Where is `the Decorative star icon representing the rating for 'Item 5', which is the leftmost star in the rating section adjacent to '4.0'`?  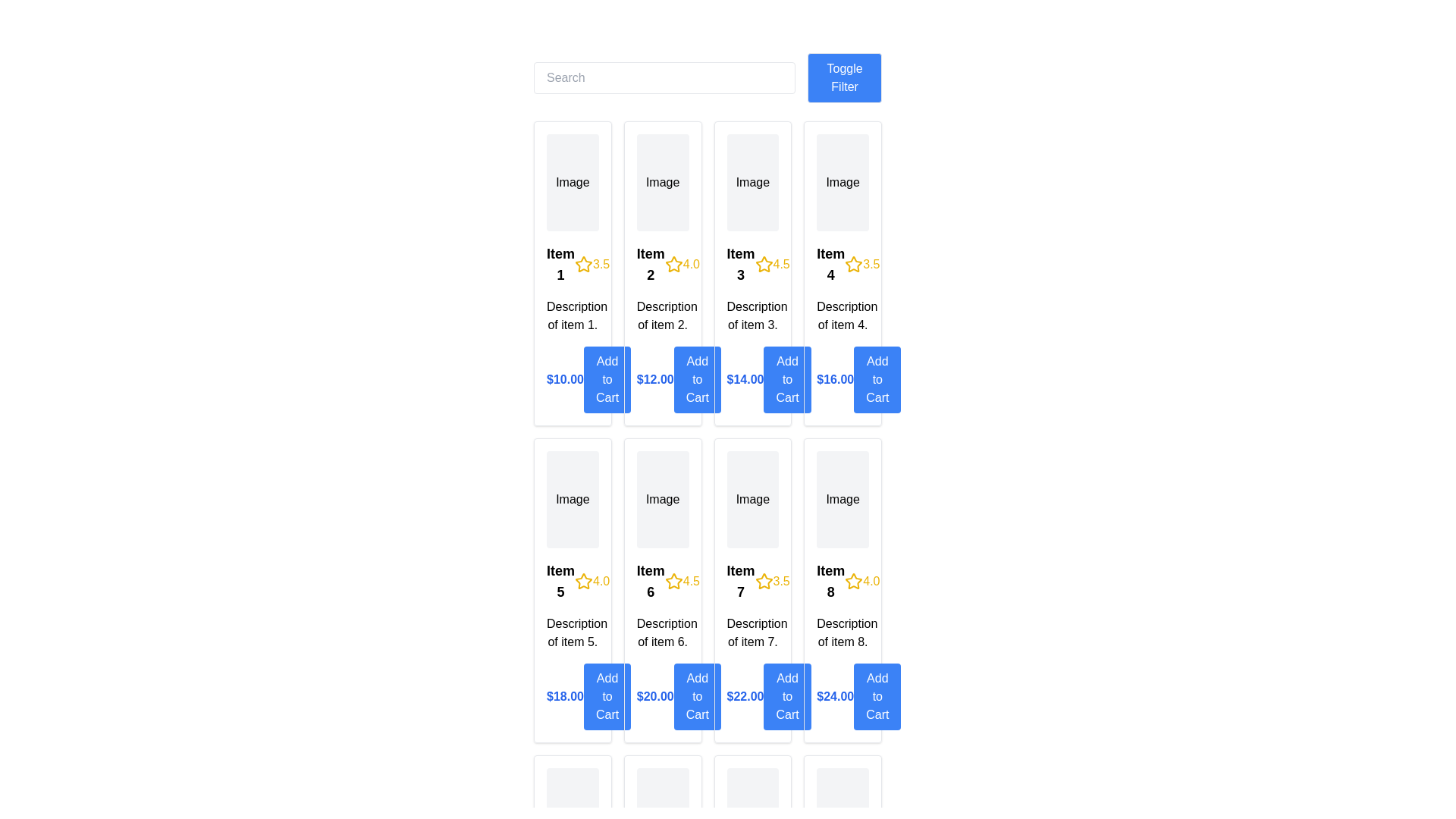
the Decorative star icon representing the rating for 'Item 5', which is the leftmost star in the rating section adjacent to '4.0' is located at coordinates (582, 580).